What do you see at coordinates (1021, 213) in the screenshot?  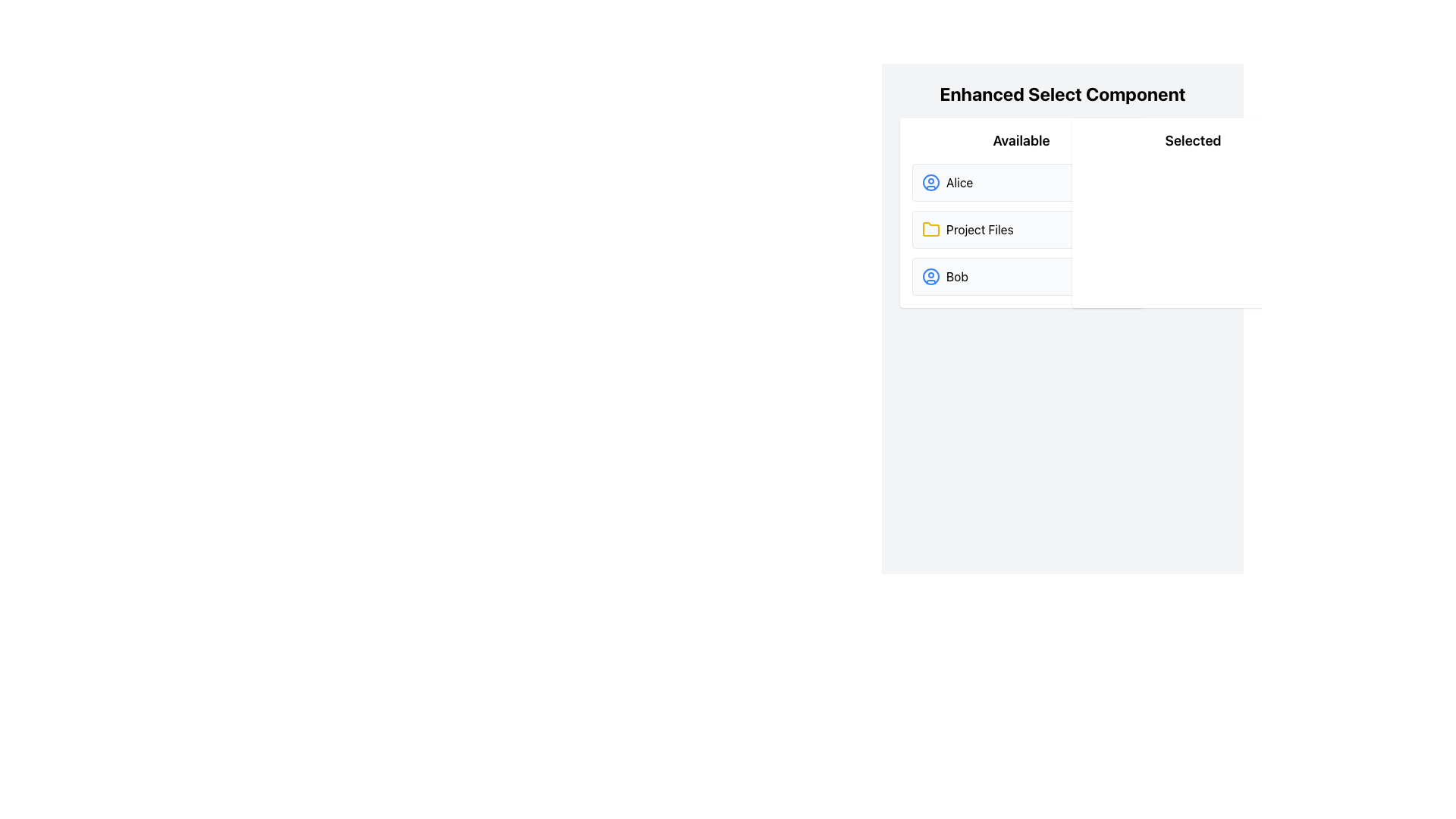 I see `and drop the selectable folder item labeled 'Project Files' from the second position under 'Available' in the left panel of the interface` at bounding box center [1021, 213].